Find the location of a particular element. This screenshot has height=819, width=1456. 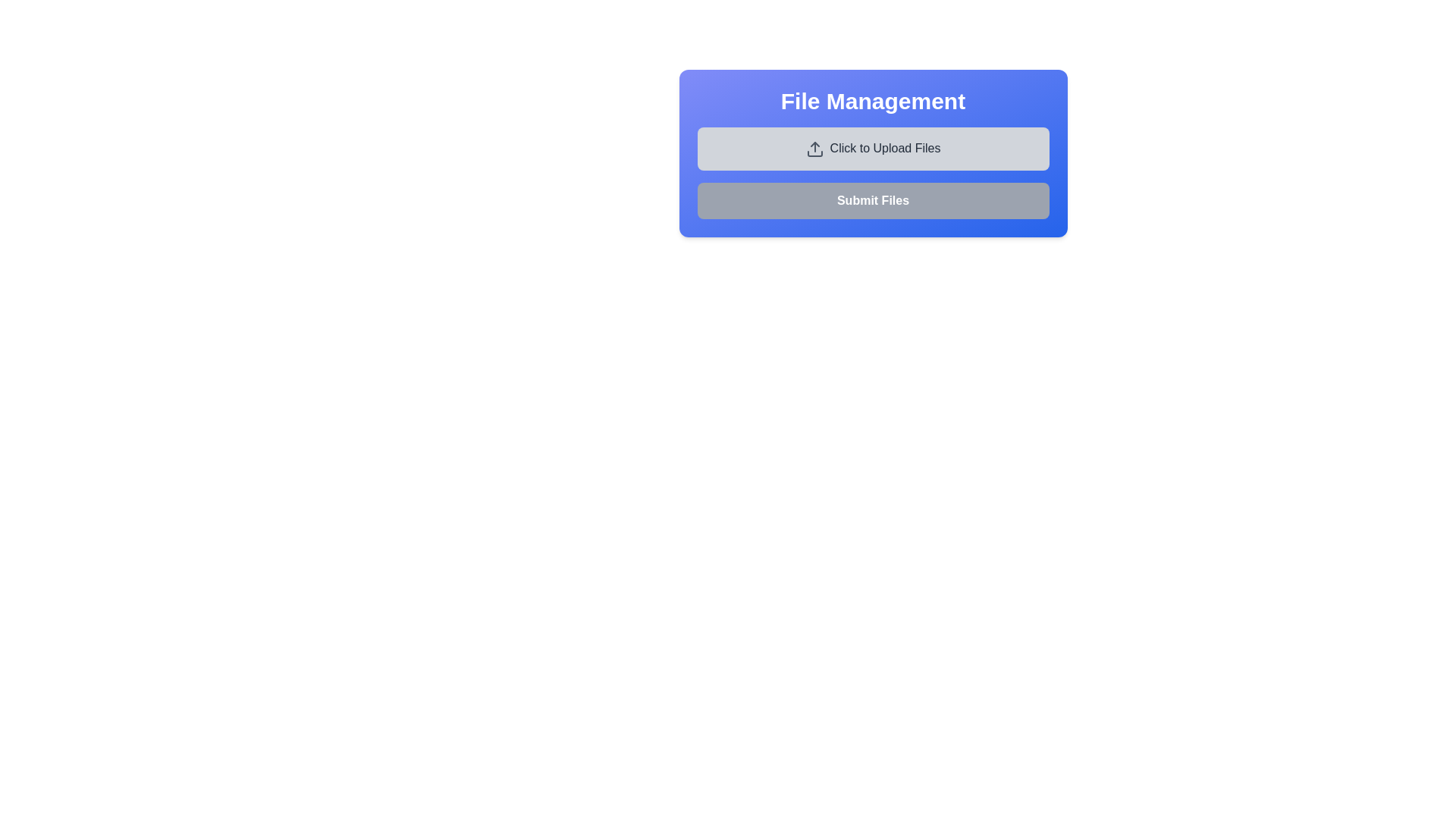

the 'Submit Files' button, which is a rectangular button with a gray background and rounded corners, displaying the text in white, centered in bold font, located in the 'File Management' panel is located at coordinates (873, 199).